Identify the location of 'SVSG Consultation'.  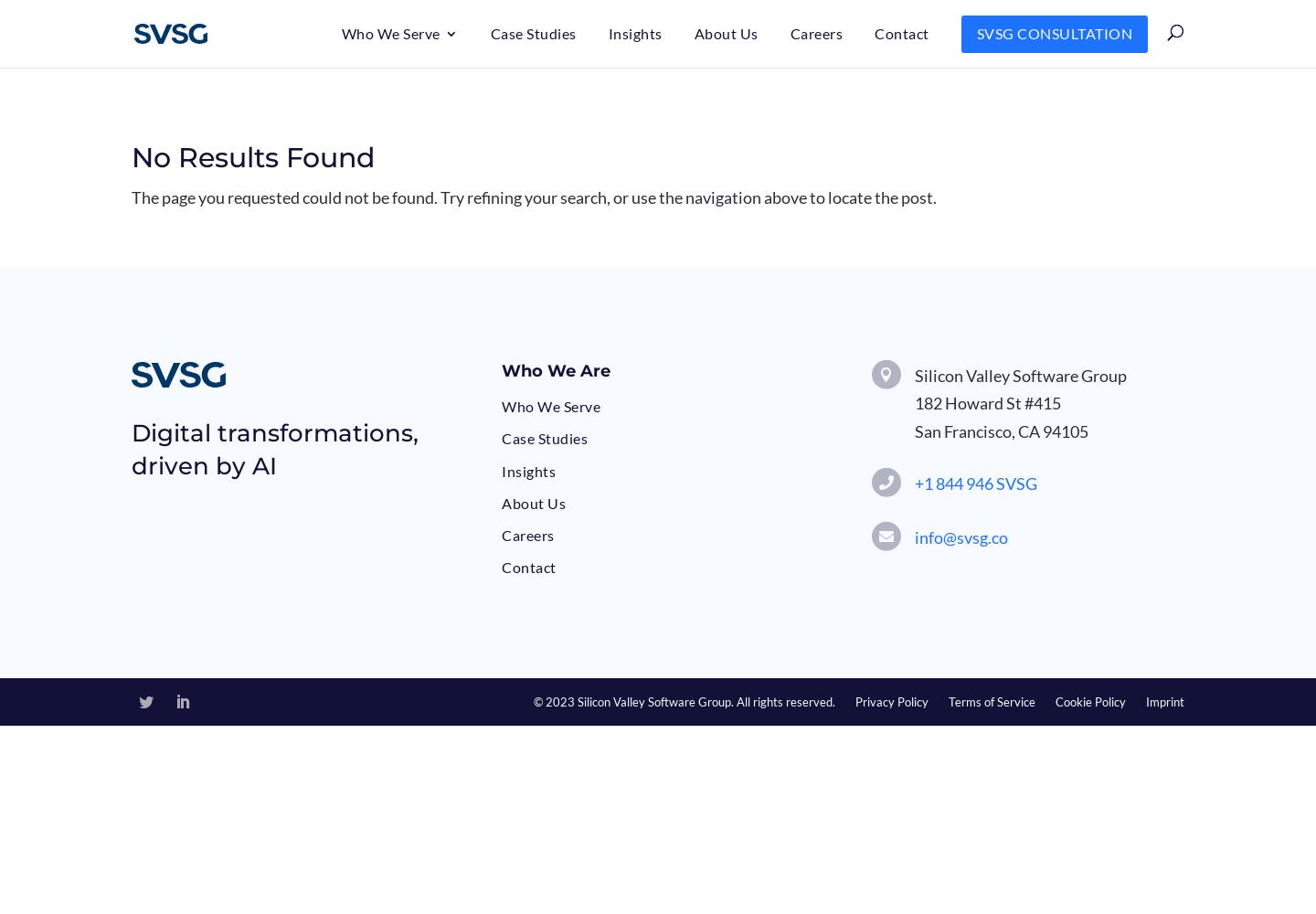
(1054, 33).